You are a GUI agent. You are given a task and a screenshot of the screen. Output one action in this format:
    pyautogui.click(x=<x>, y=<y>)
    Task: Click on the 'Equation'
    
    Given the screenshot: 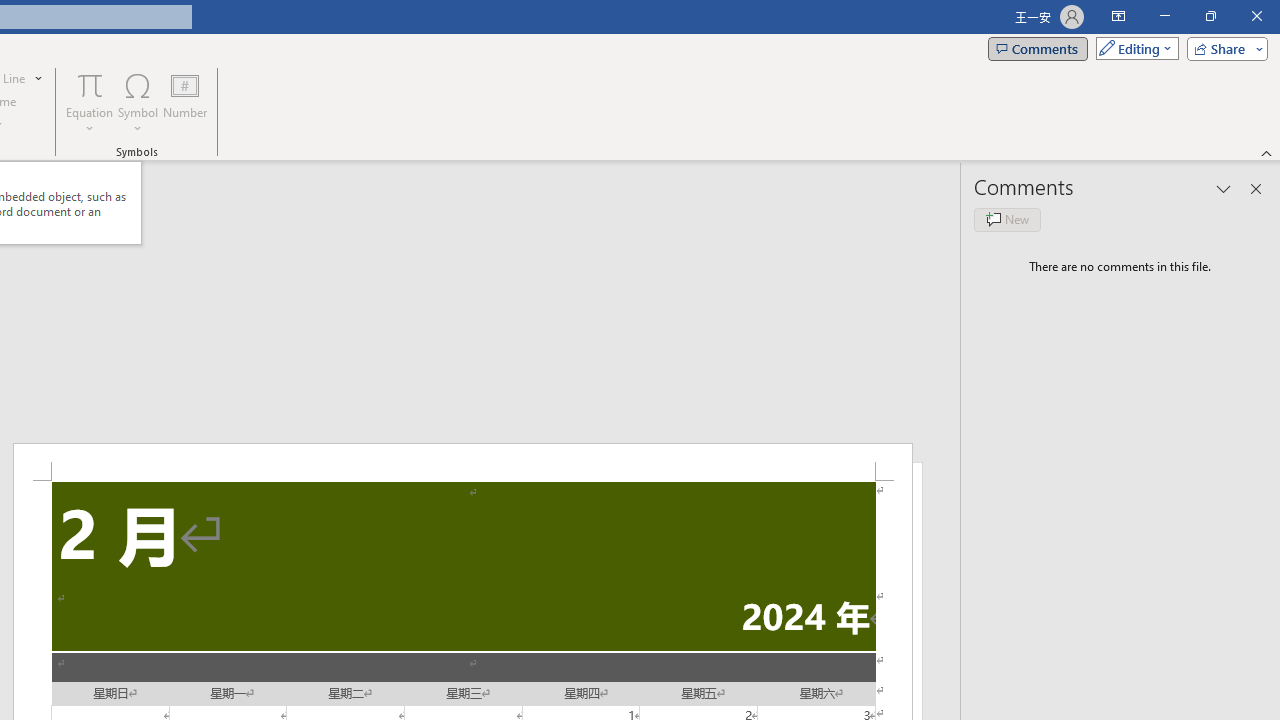 What is the action you would take?
    pyautogui.click(x=89, y=84)
    